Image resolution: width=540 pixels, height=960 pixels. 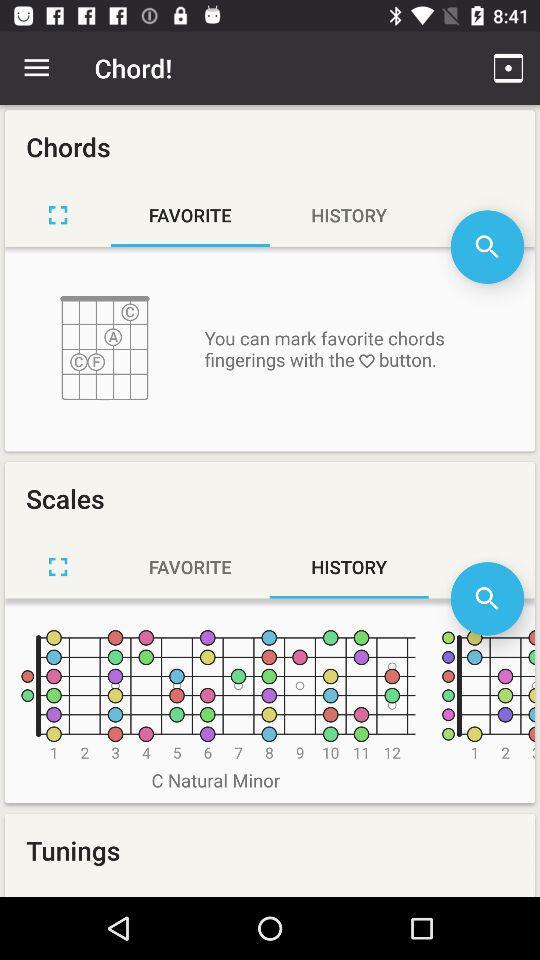 I want to click on search scales history, so click(x=486, y=598).